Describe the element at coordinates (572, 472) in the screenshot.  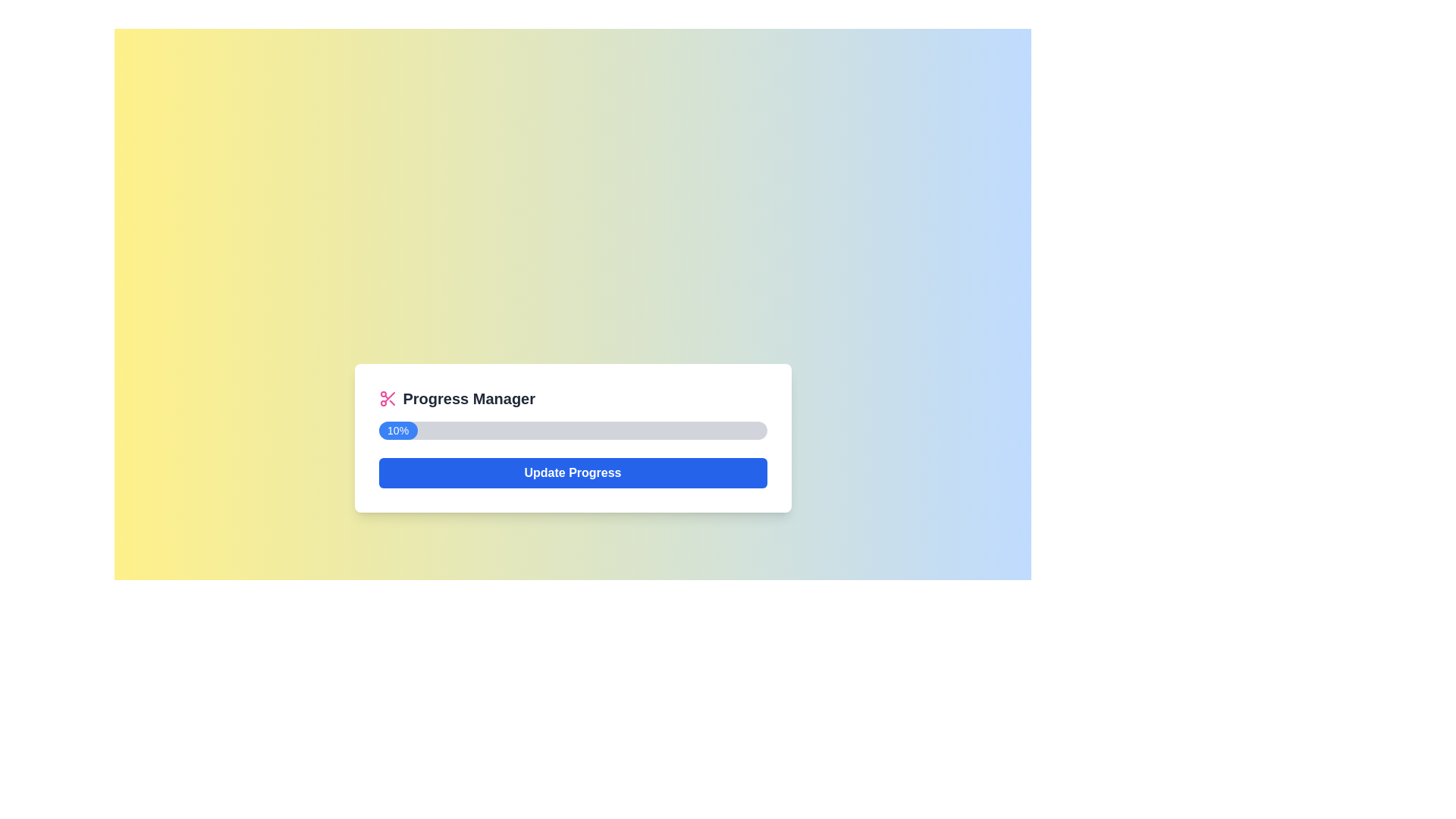
I see `the button located at the bottom of the 'Progress Manager' card` at that location.